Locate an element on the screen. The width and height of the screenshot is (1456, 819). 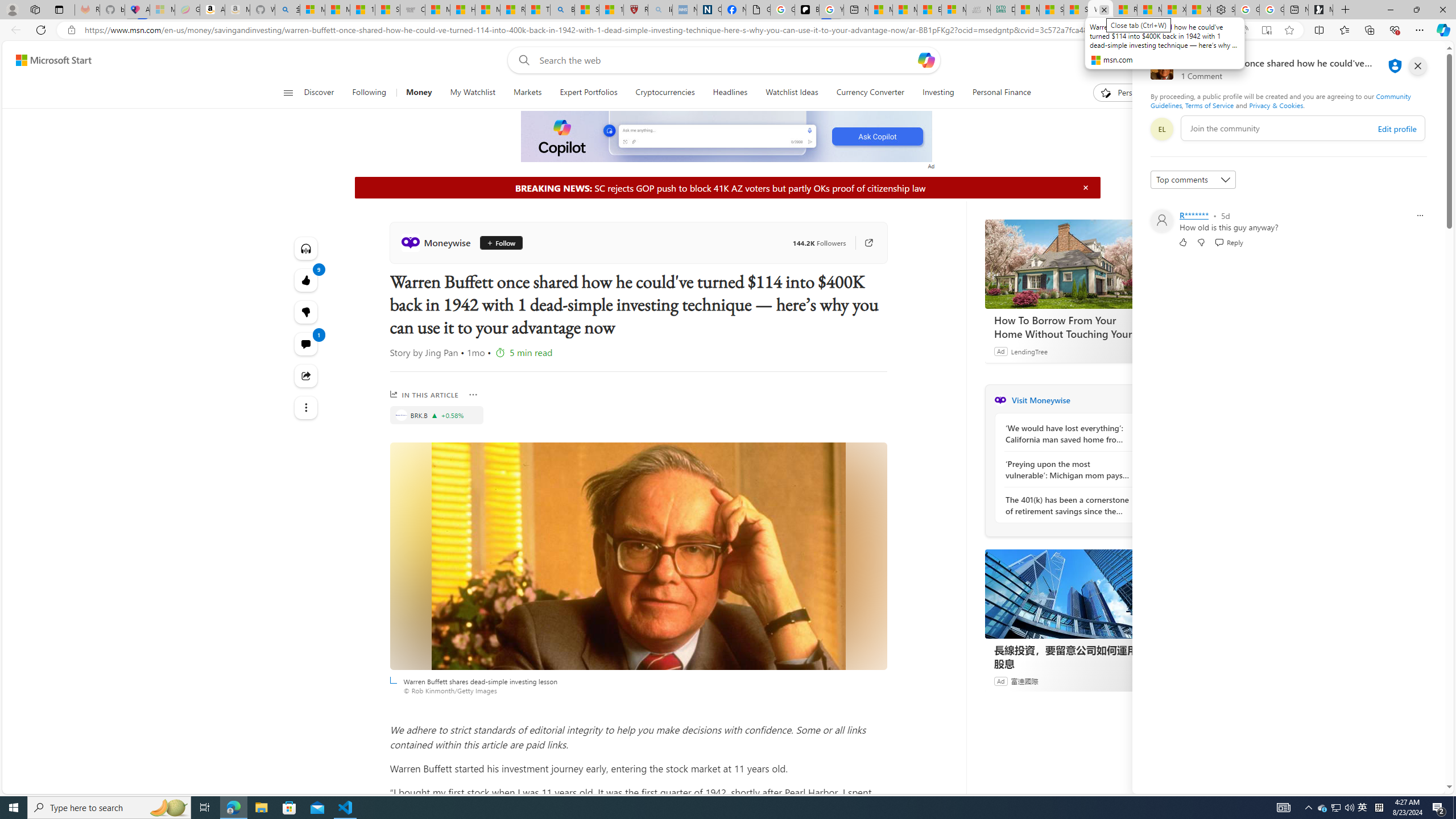
'comment-box' is located at coordinates (1302, 128).